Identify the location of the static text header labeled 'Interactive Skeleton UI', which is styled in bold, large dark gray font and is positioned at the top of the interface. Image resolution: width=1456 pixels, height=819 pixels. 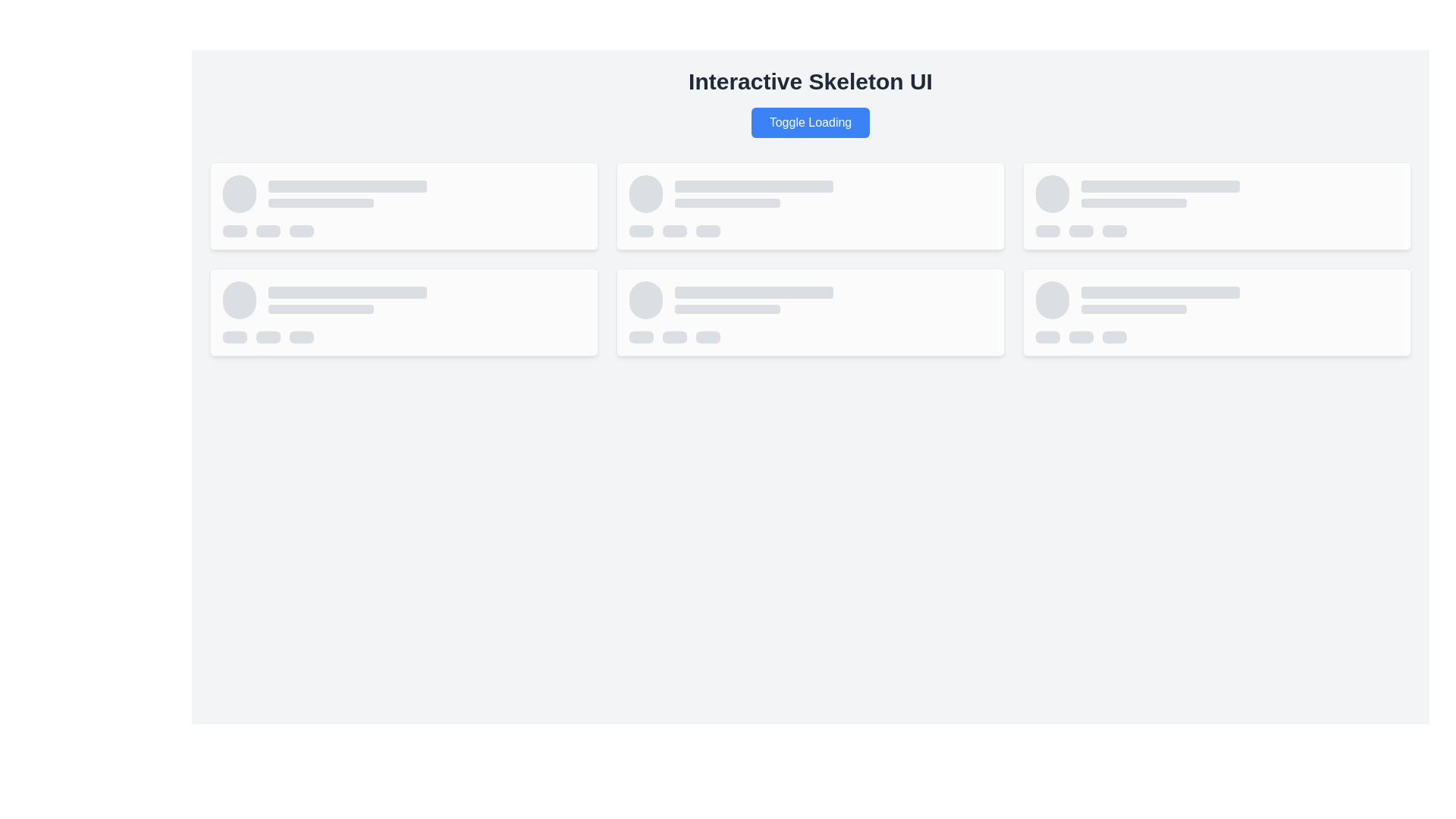
(810, 82).